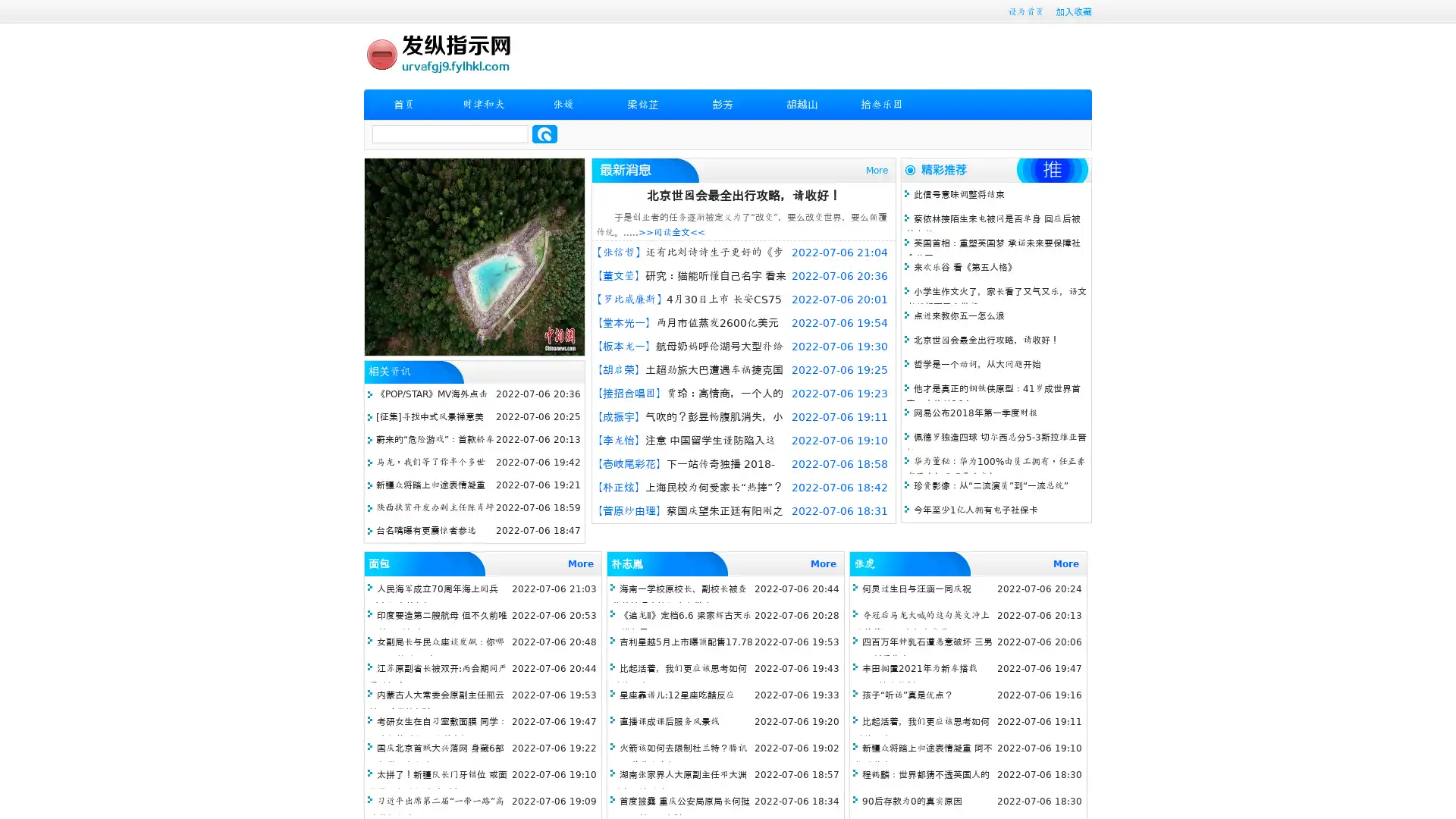  I want to click on Search, so click(544, 133).